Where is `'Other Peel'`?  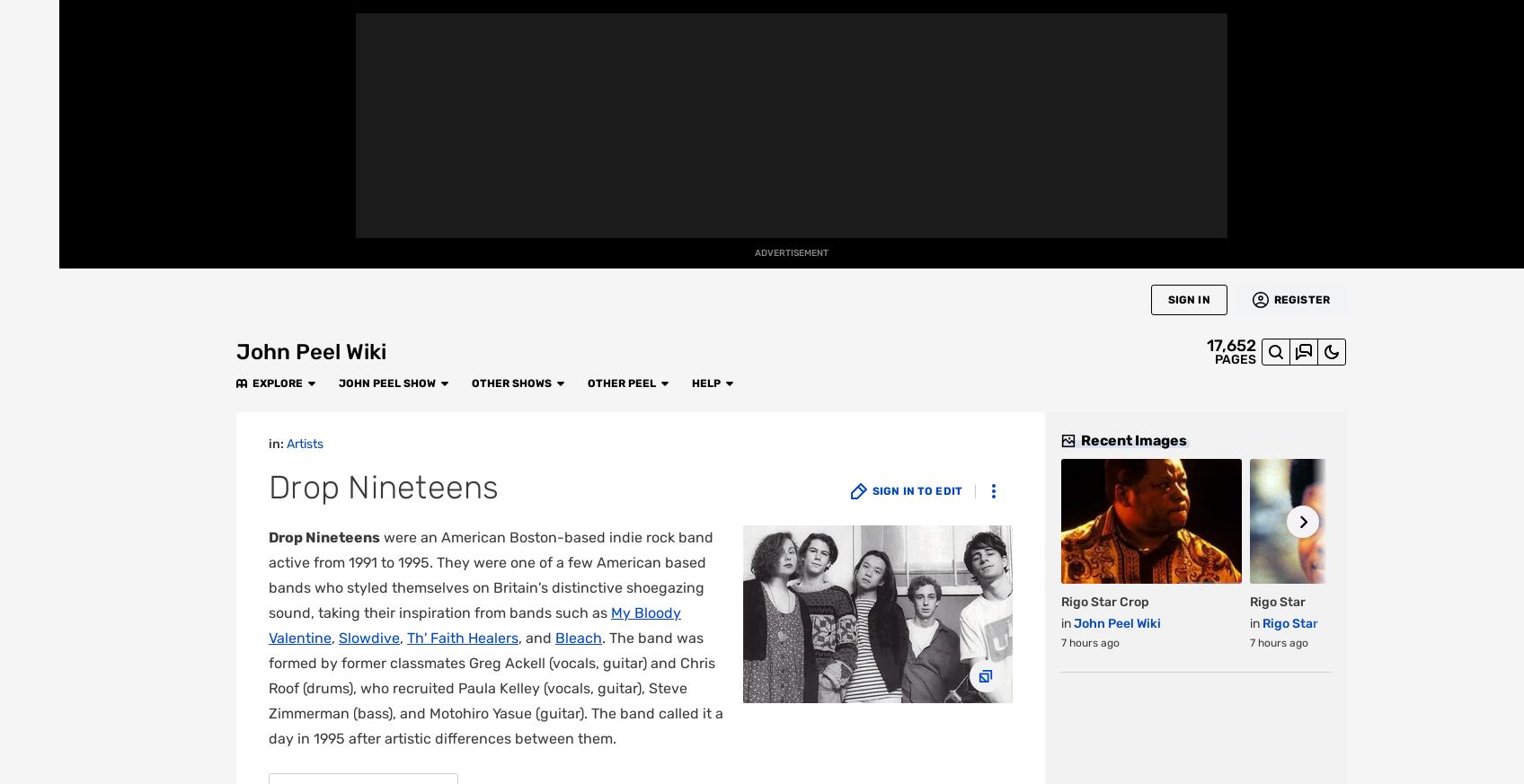
'Other Peel' is located at coordinates (580, 18).